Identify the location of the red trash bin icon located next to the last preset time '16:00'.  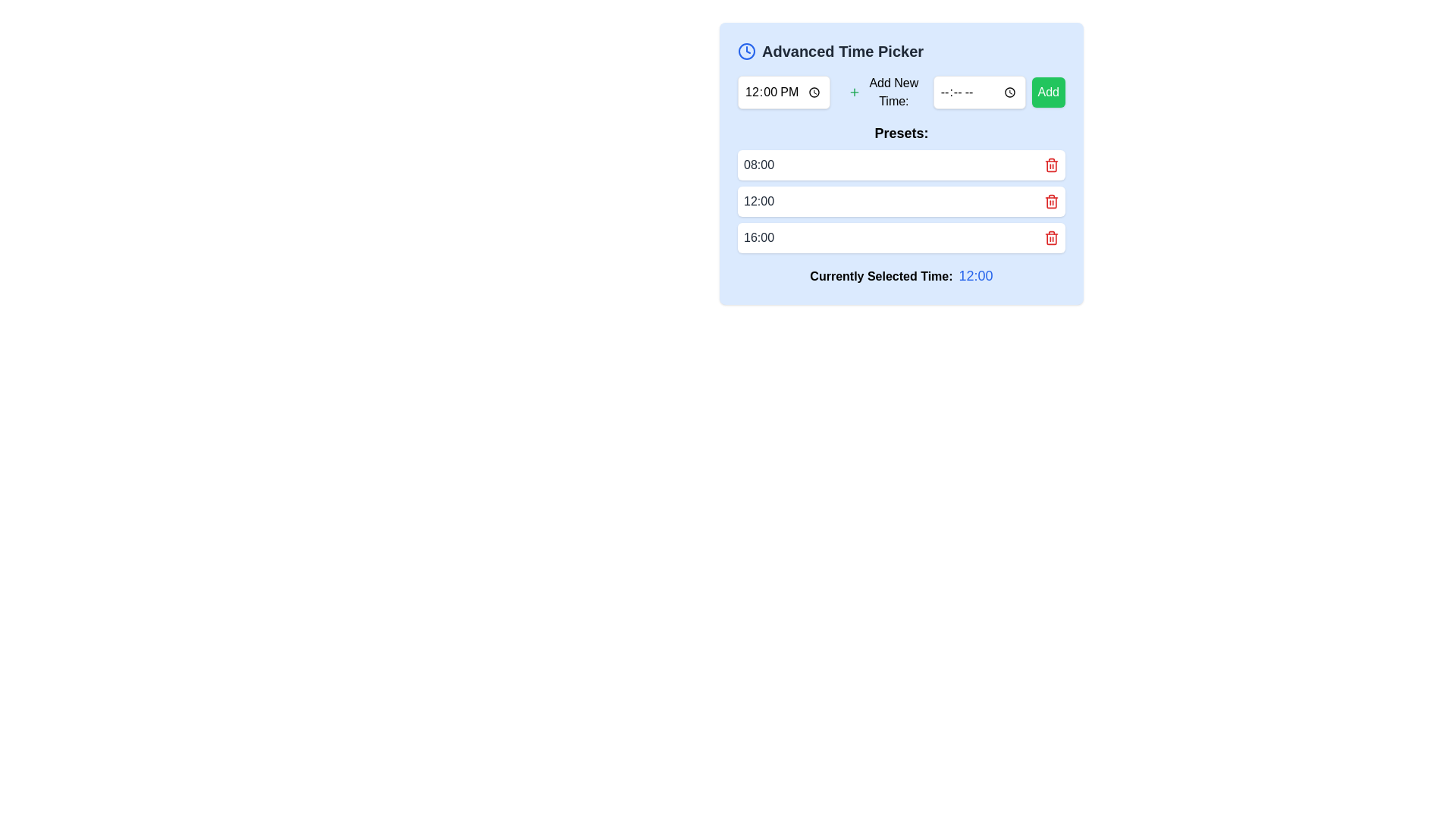
(1051, 237).